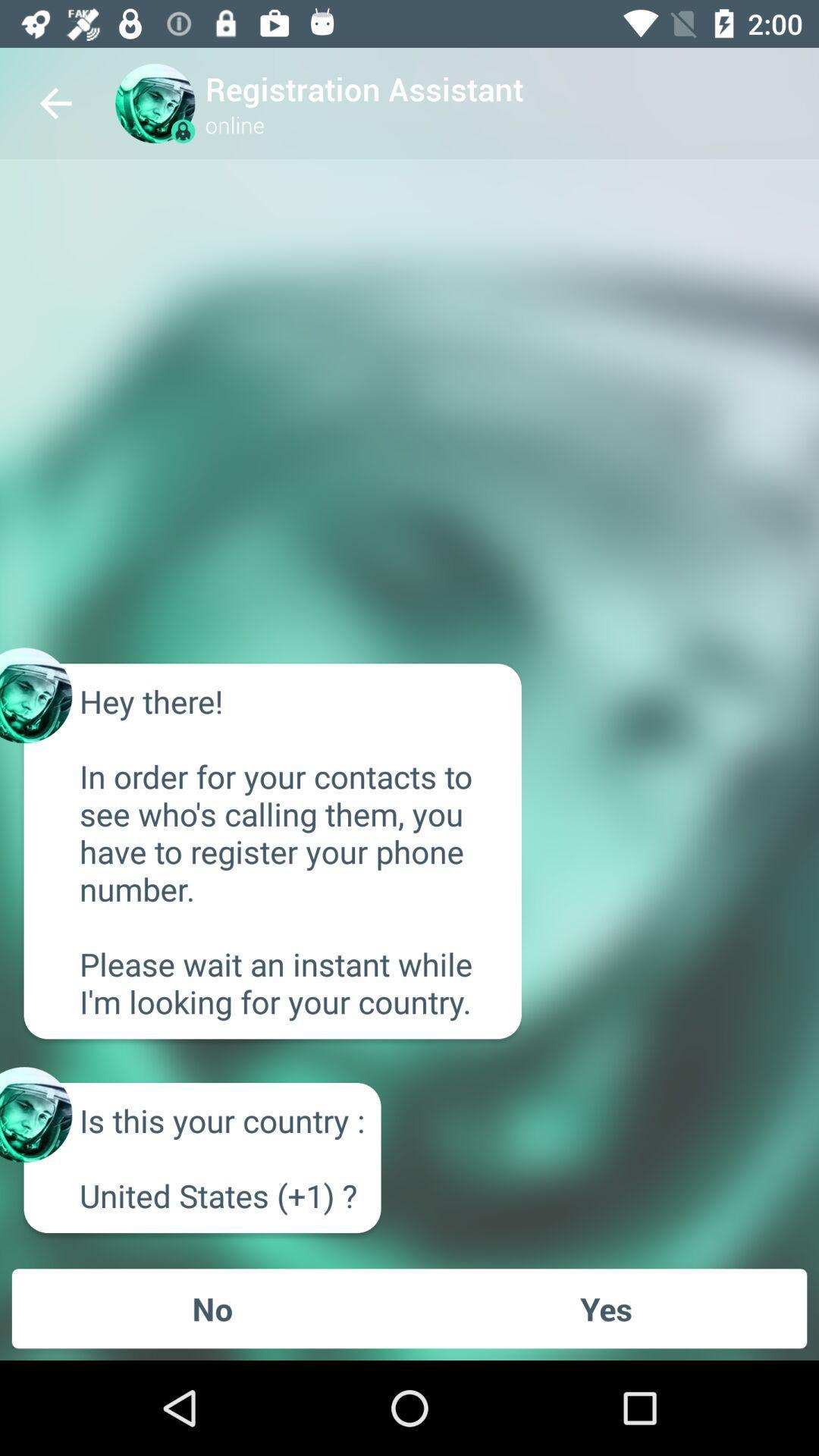 This screenshot has width=819, height=1456. I want to click on the item to the left of yes icon, so click(212, 1307).